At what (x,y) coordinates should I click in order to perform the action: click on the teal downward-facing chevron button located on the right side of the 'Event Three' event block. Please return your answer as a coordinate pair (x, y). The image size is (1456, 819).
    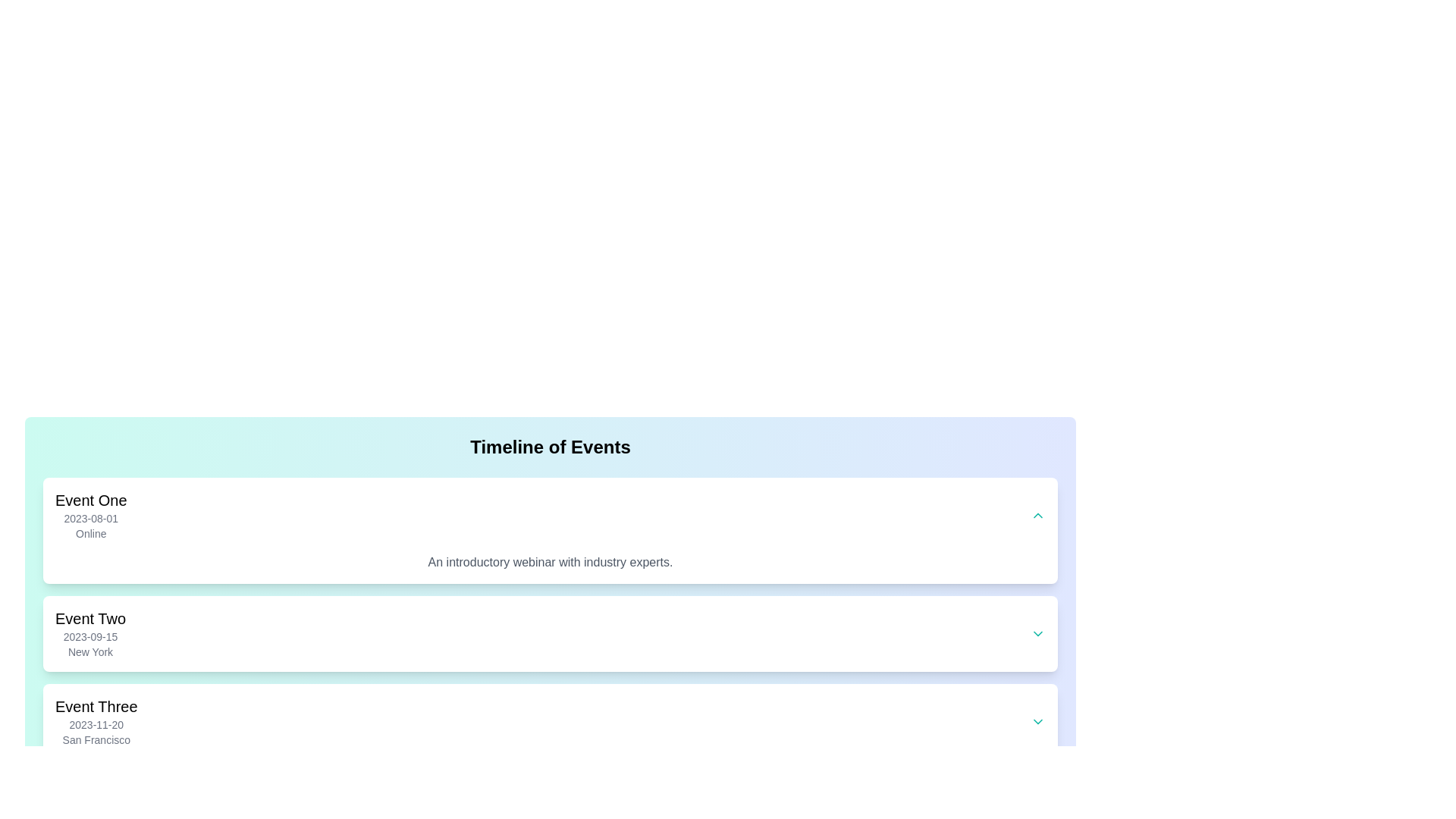
    Looking at the image, I should click on (1037, 721).